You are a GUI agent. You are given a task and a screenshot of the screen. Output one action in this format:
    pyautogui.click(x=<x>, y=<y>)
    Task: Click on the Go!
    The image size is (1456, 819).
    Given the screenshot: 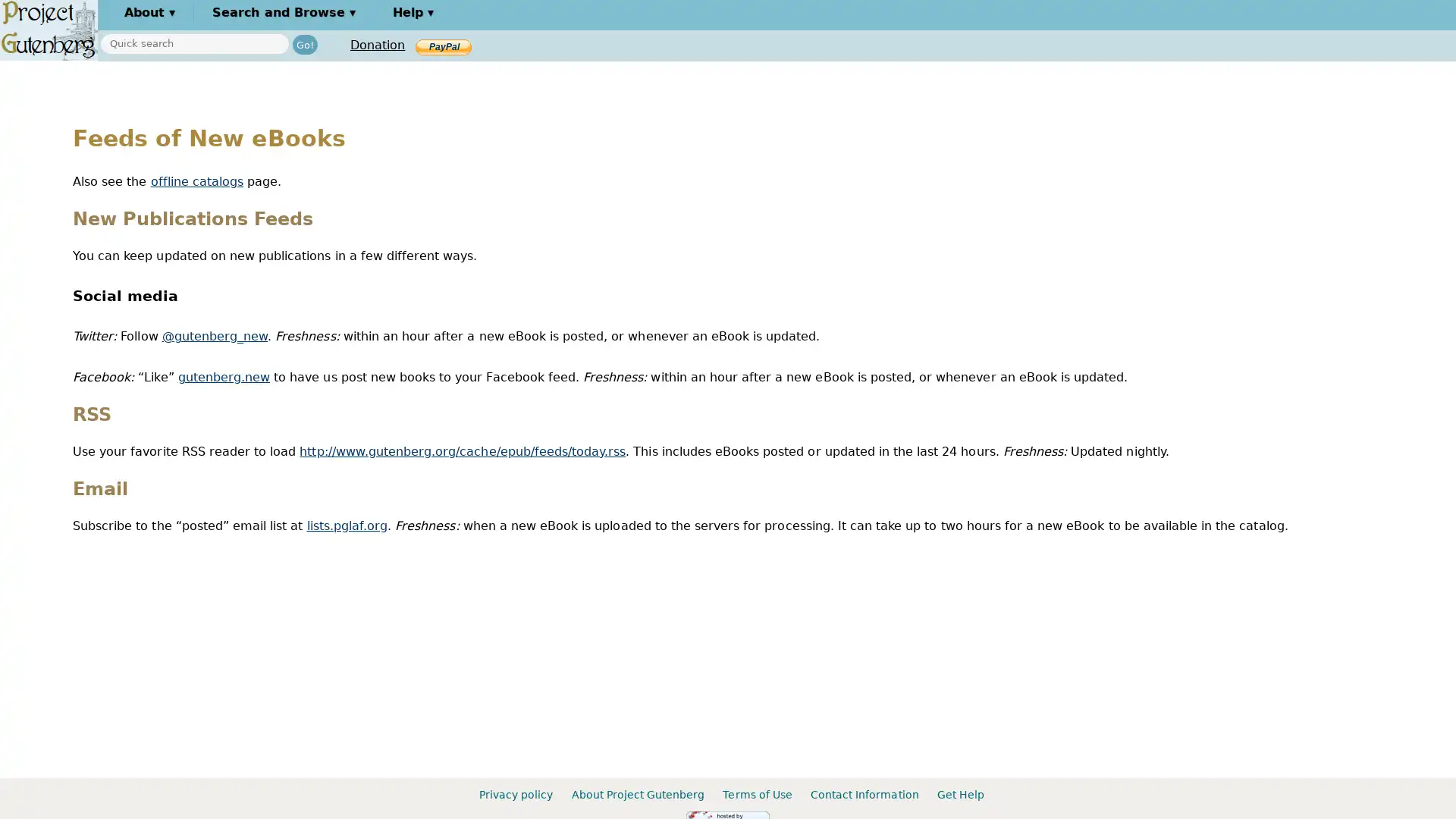 What is the action you would take?
    pyautogui.click(x=304, y=43)
    